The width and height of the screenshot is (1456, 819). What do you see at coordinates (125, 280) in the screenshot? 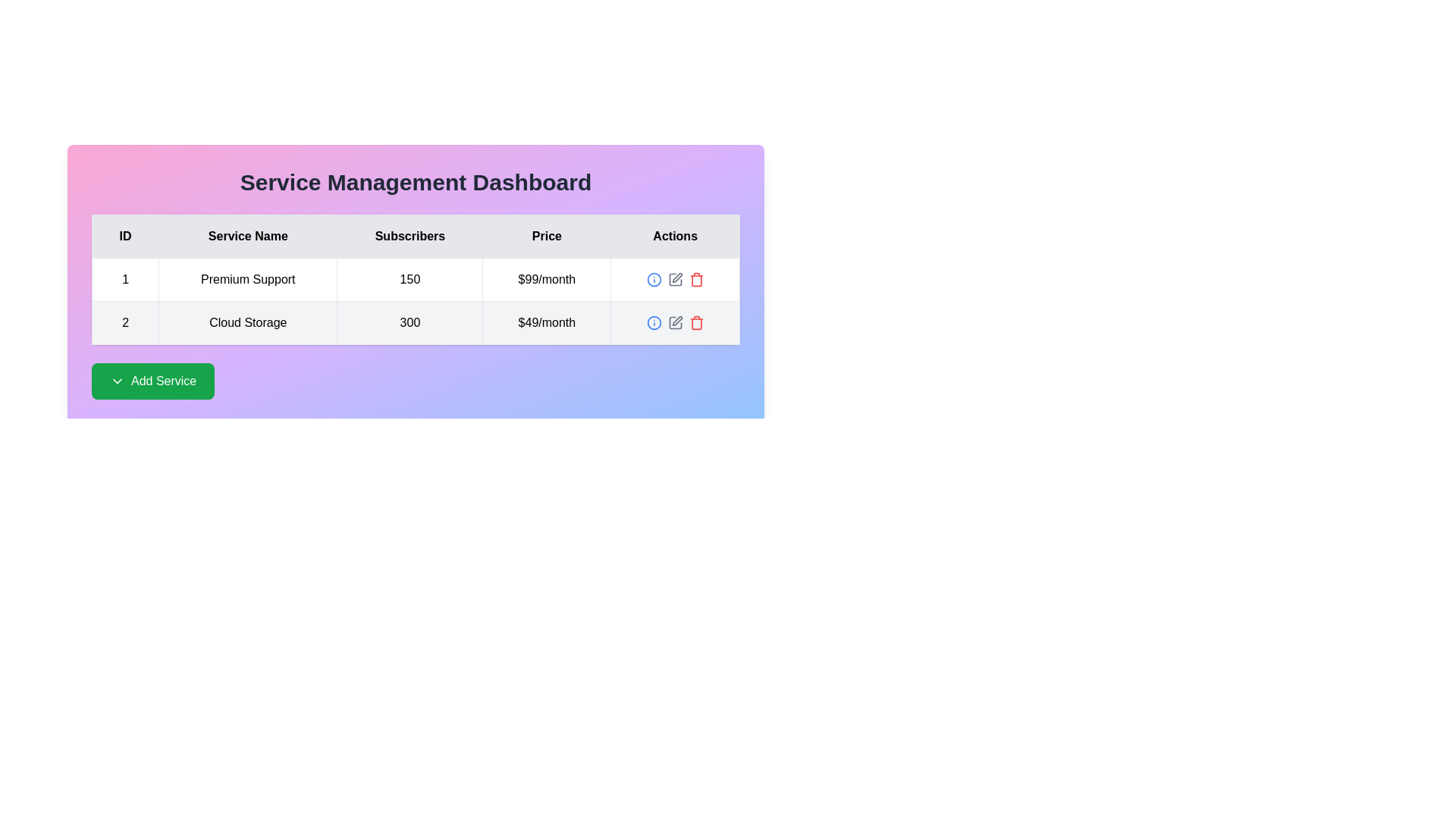
I see `the text cell that represents the unique identifier for the first entry in the table under the 'ID' column` at bounding box center [125, 280].